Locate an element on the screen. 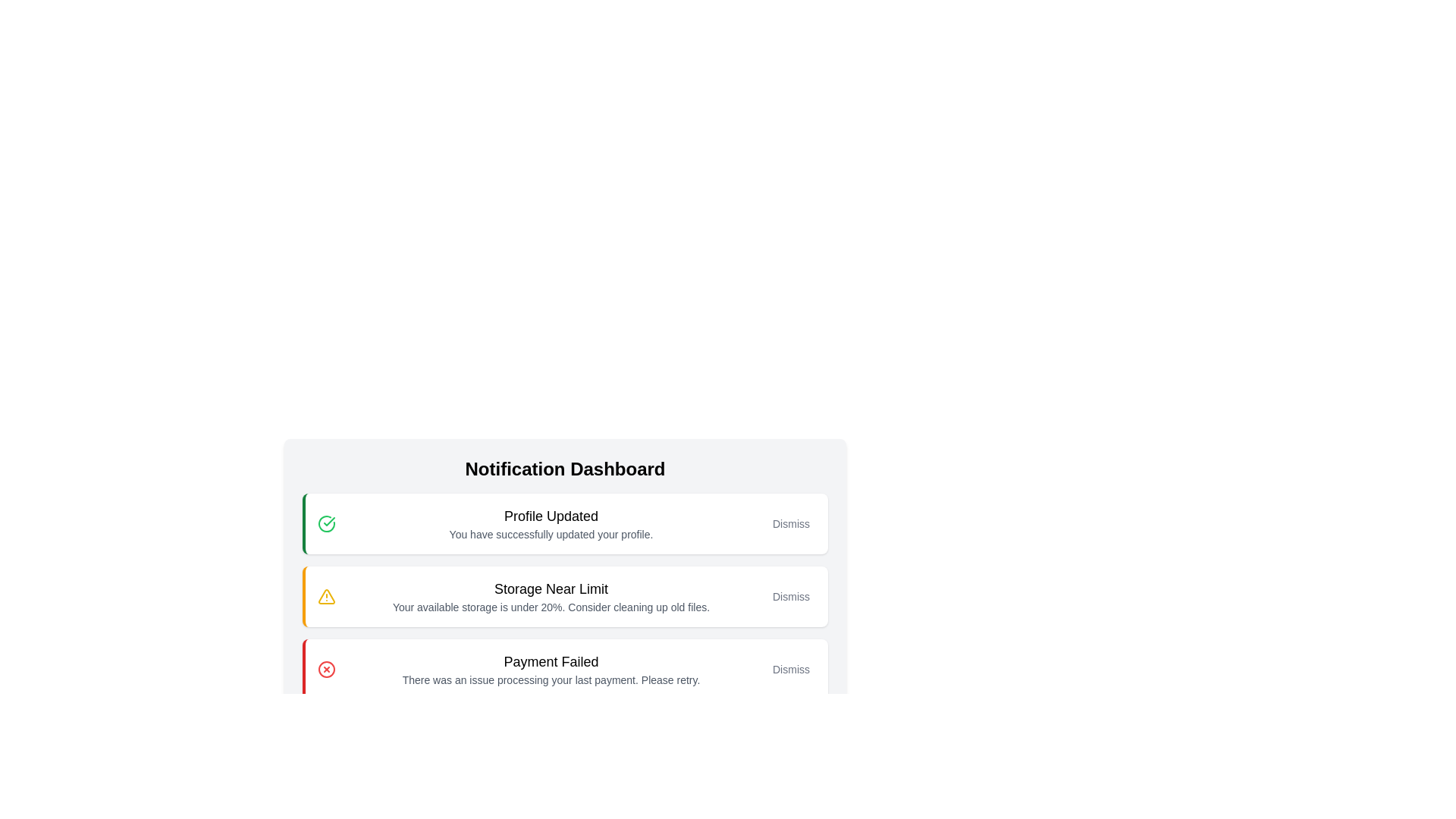  the Text label located under the 'Storage Near Limit' notification panel, which suggests cleaning up old files due to low available space is located at coordinates (550, 607).